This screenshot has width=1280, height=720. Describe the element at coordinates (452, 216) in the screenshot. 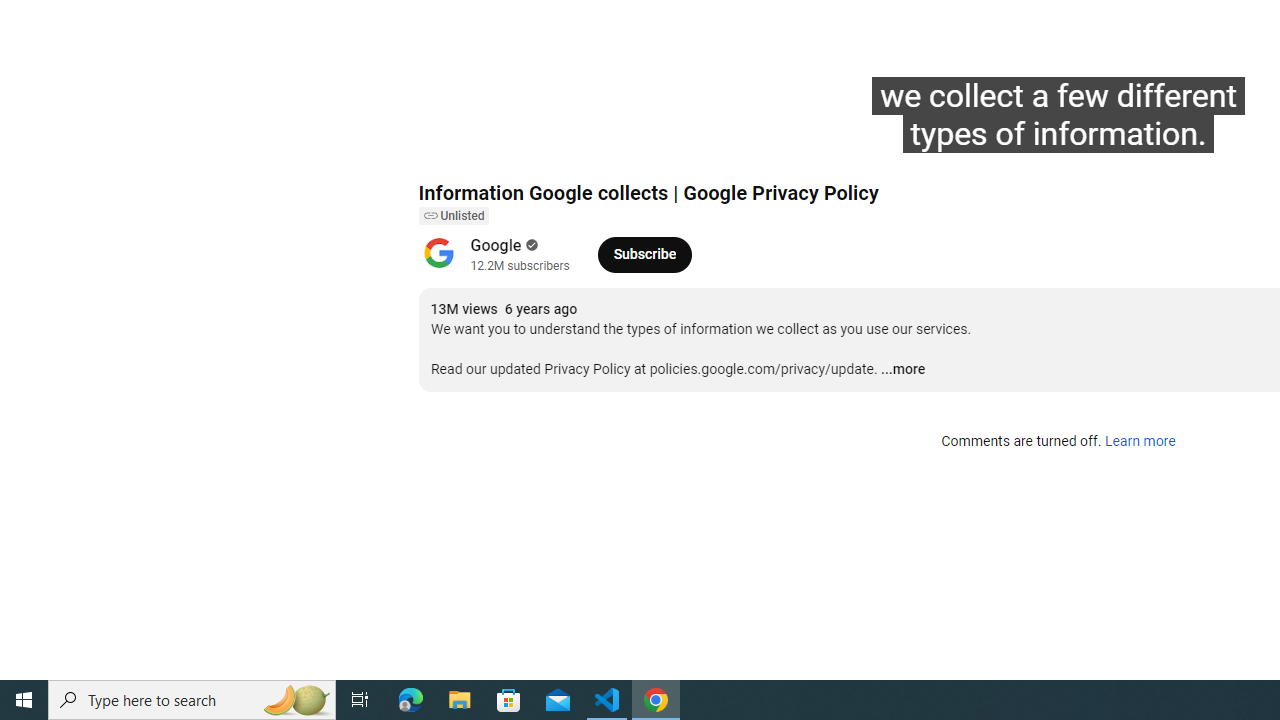

I see `'Unlisted'` at that location.